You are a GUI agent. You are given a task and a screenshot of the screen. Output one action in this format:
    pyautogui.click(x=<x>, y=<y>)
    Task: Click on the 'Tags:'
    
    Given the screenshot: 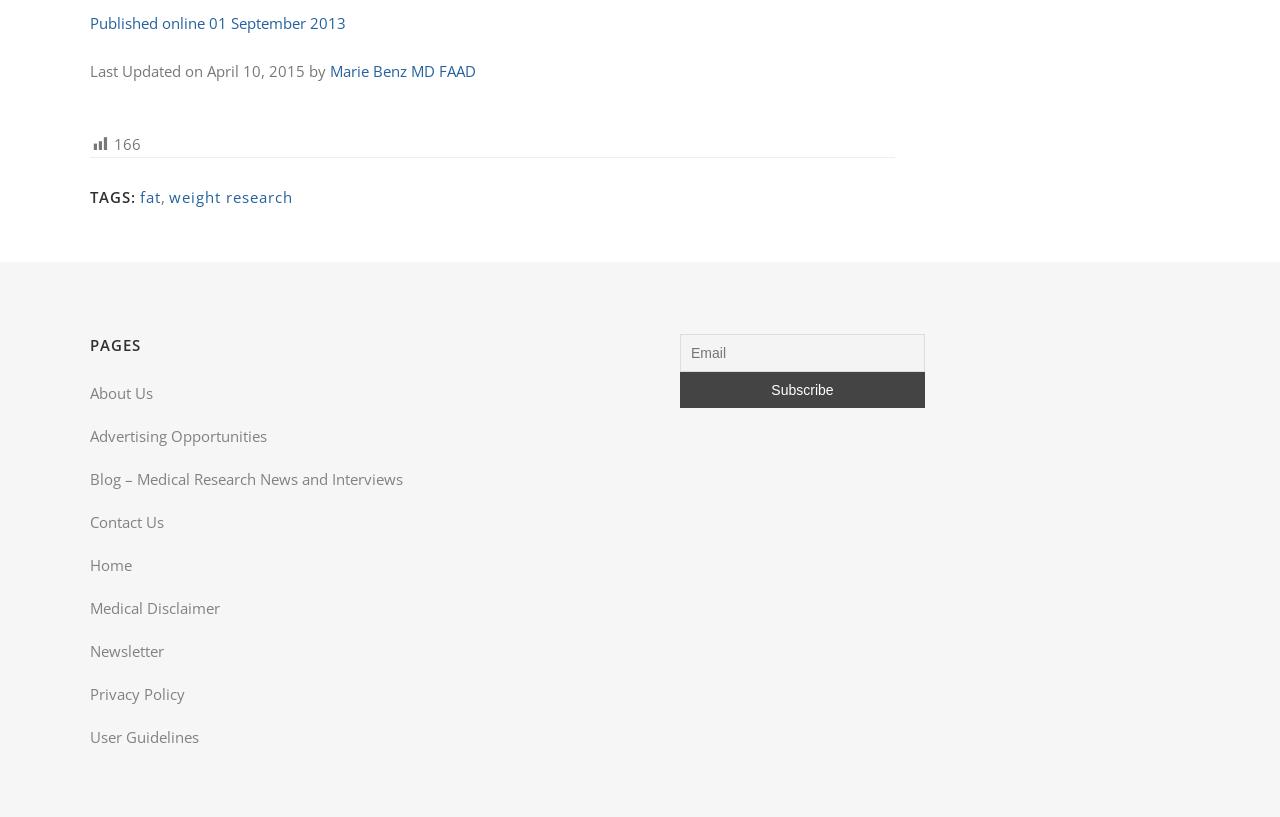 What is the action you would take?
    pyautogui.click(x=112, y=195)
    